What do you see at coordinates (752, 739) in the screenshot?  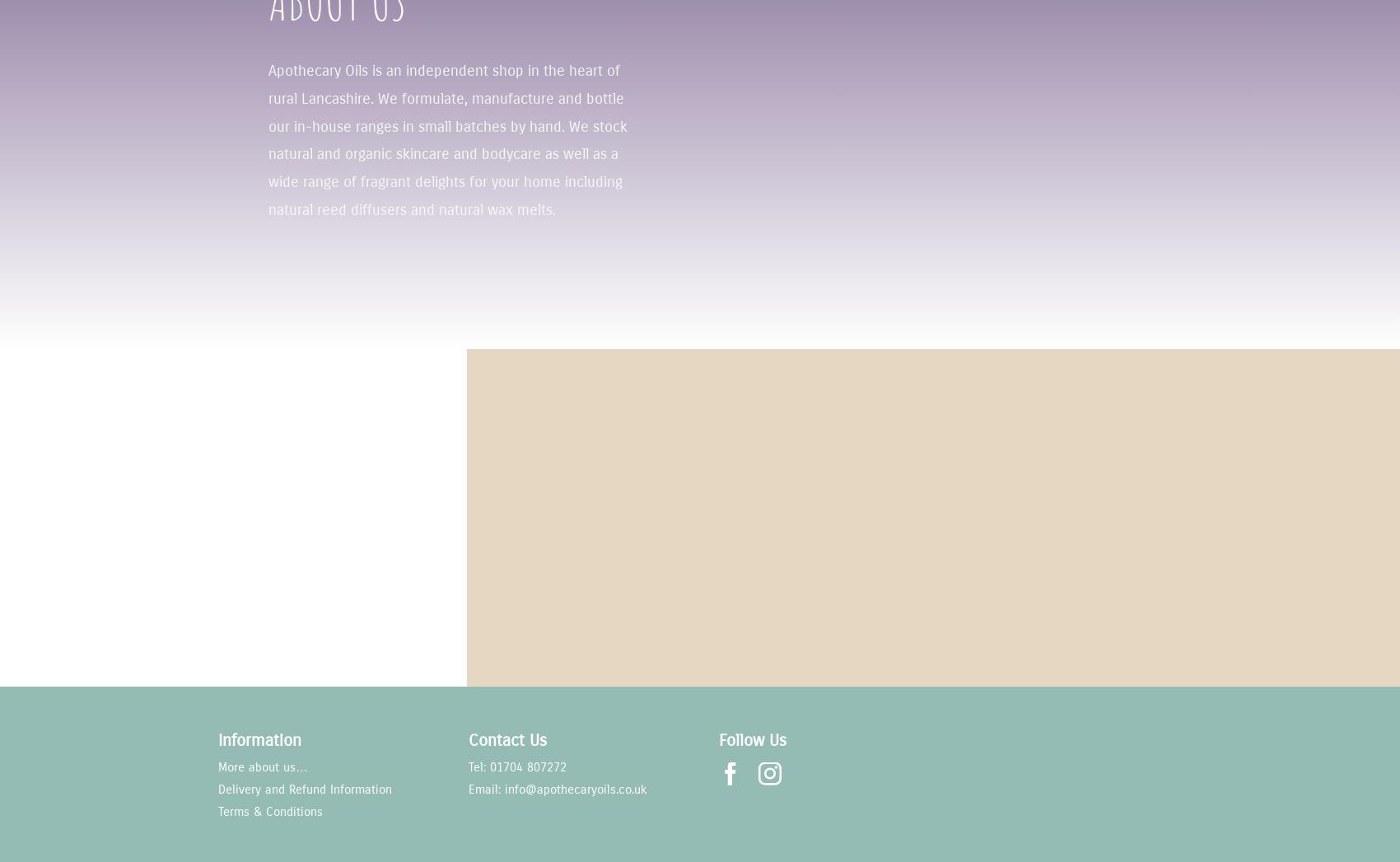 I see `'Follow Us'` at bounding box center [752, 739].